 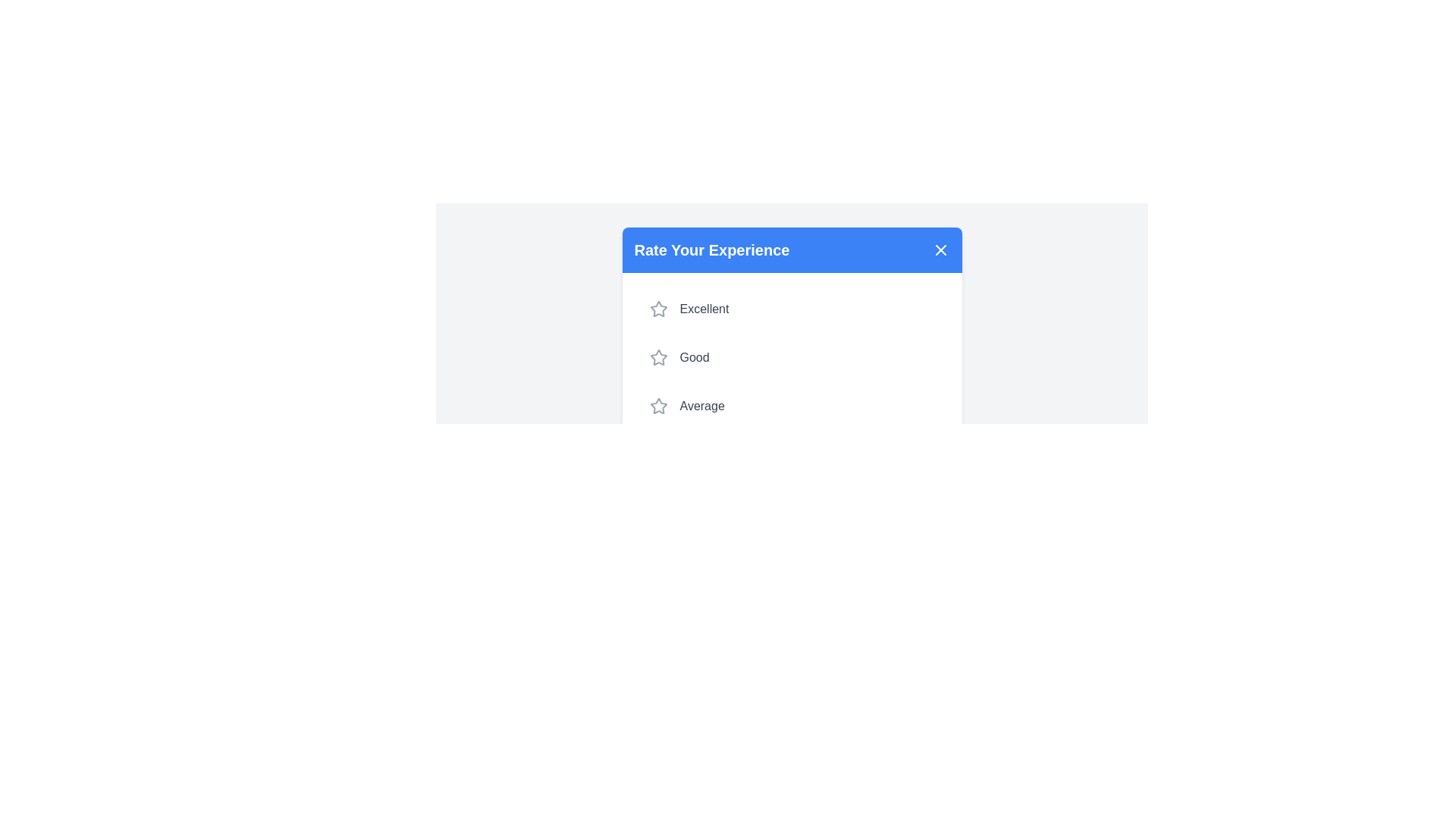 I want to click on the rating option Average from the list, so click(x=791, y=406).